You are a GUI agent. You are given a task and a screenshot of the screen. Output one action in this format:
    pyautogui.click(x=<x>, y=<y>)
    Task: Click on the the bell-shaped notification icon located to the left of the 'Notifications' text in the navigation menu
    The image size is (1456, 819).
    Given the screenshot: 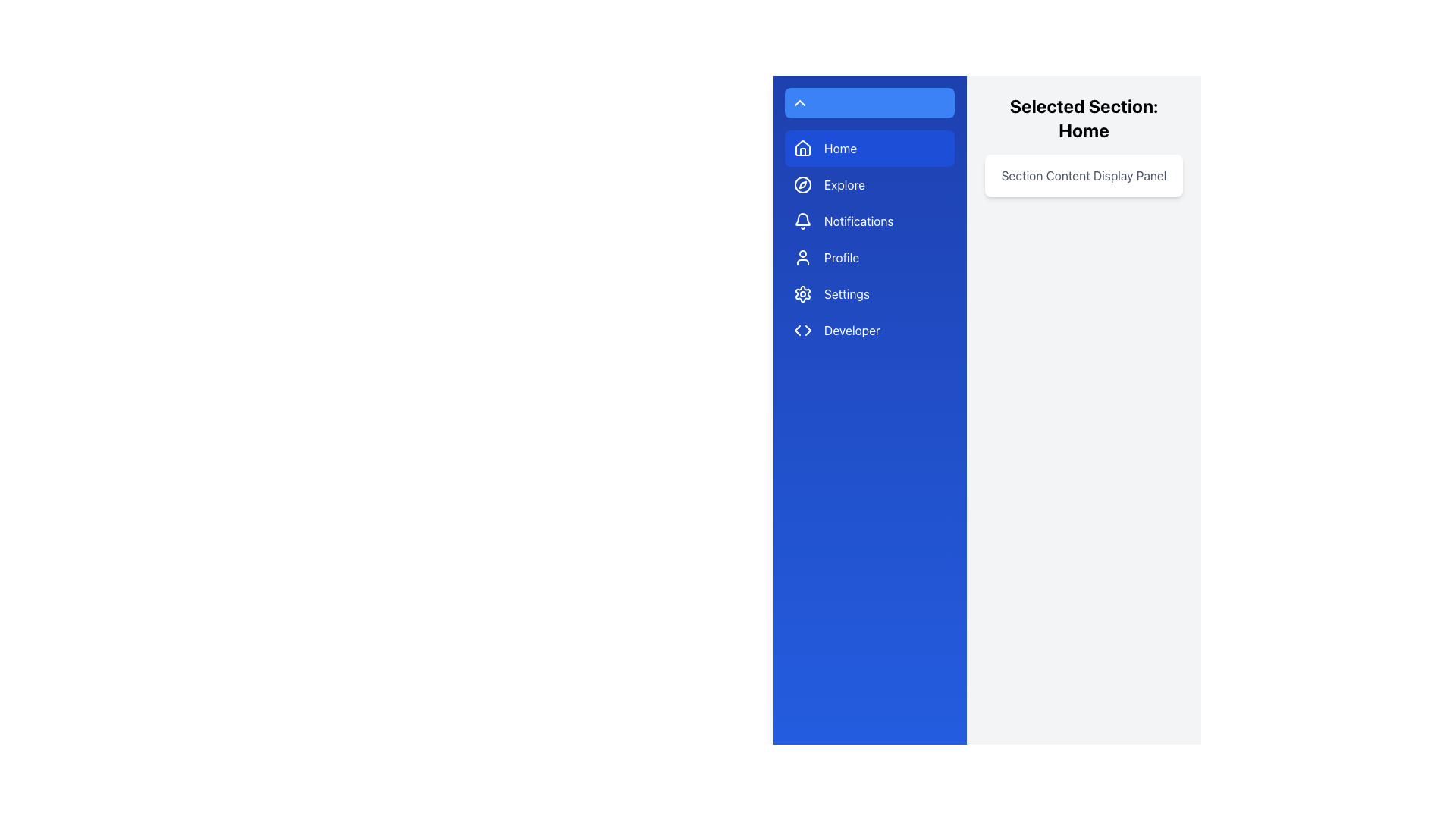 What is the action you would take?
    pyautogui.click(x=802, y=221)
    